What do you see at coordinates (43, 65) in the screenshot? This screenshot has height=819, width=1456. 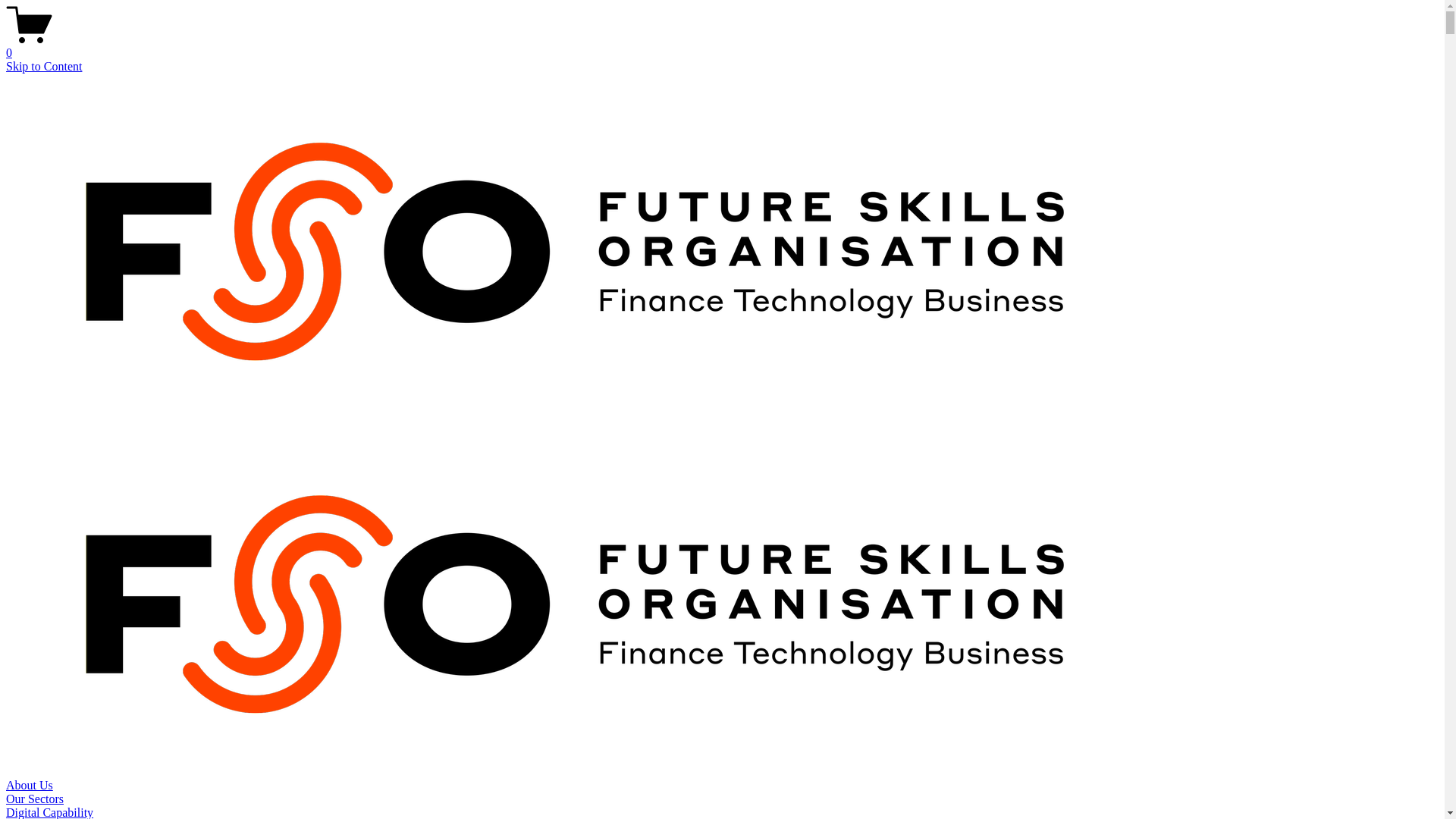 I see `'Skip to Content'` at bounding box center [43, 65].